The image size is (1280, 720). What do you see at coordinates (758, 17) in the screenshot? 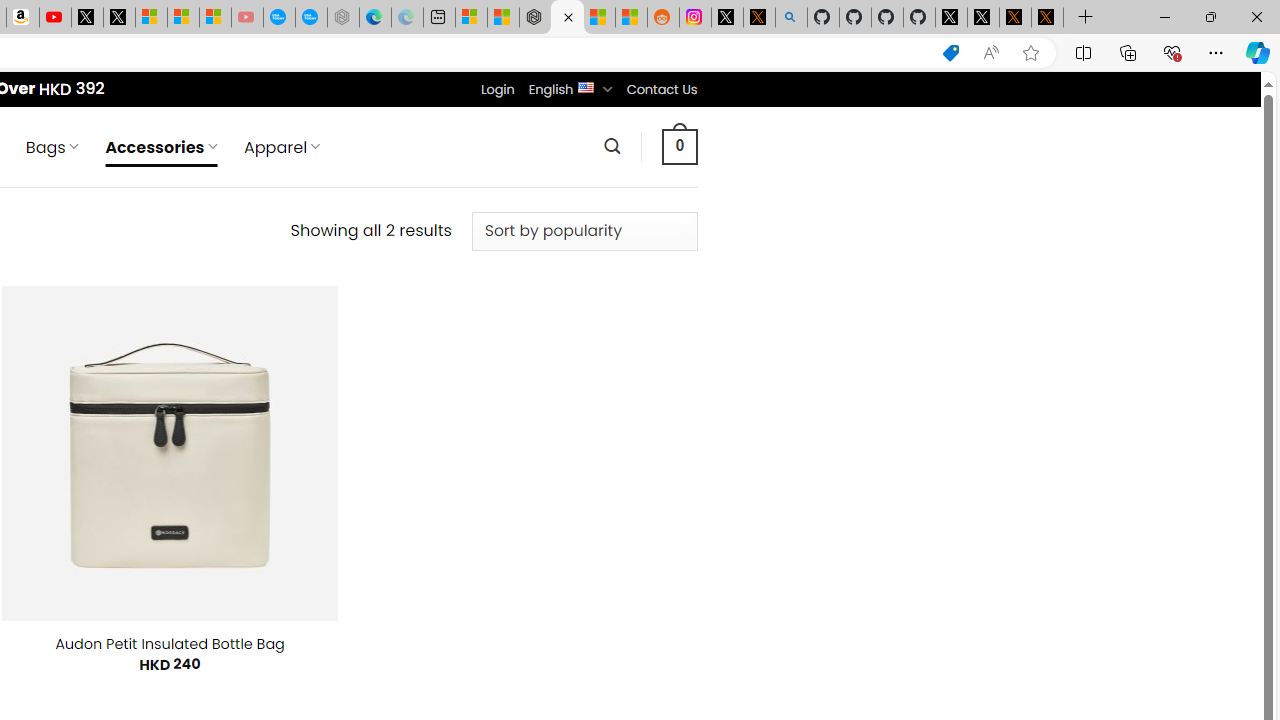
I see `'help.x.com | 524: A timeout occurred'` at bounding box center [758, 17].